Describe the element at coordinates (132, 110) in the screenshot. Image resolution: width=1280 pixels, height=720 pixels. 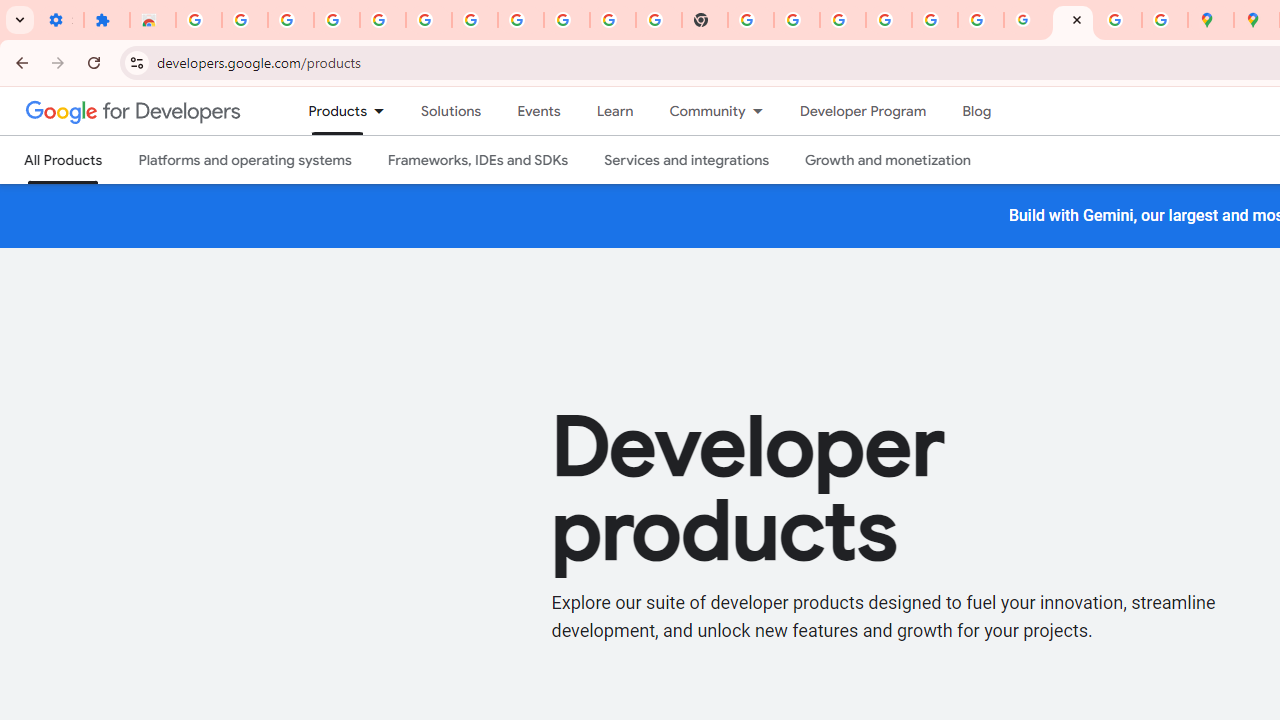
I see `'Google for Developers'` at that location.